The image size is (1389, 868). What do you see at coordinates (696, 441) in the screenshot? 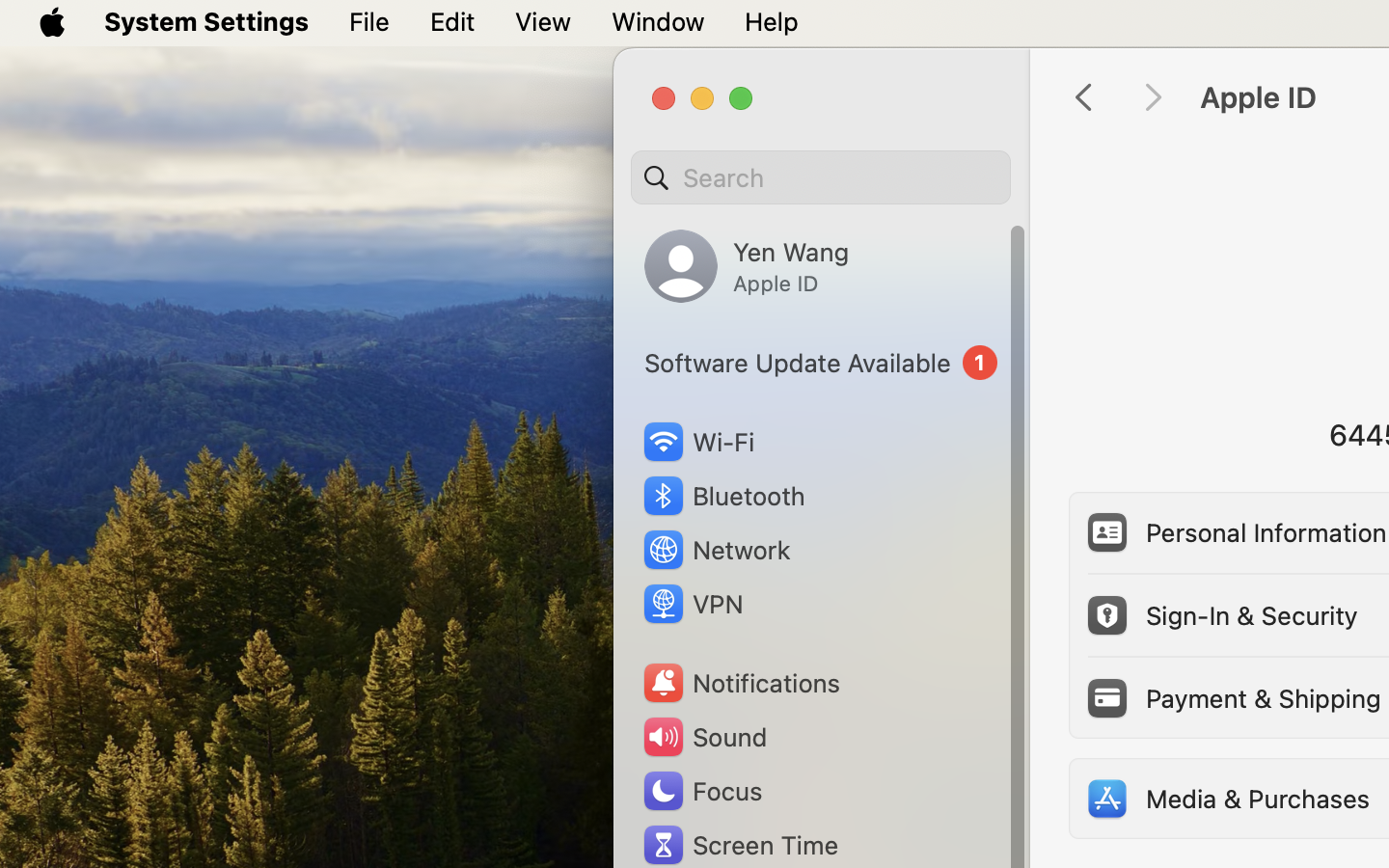
I see `'Wi‑Fi'` at bounding box center [696, 441].